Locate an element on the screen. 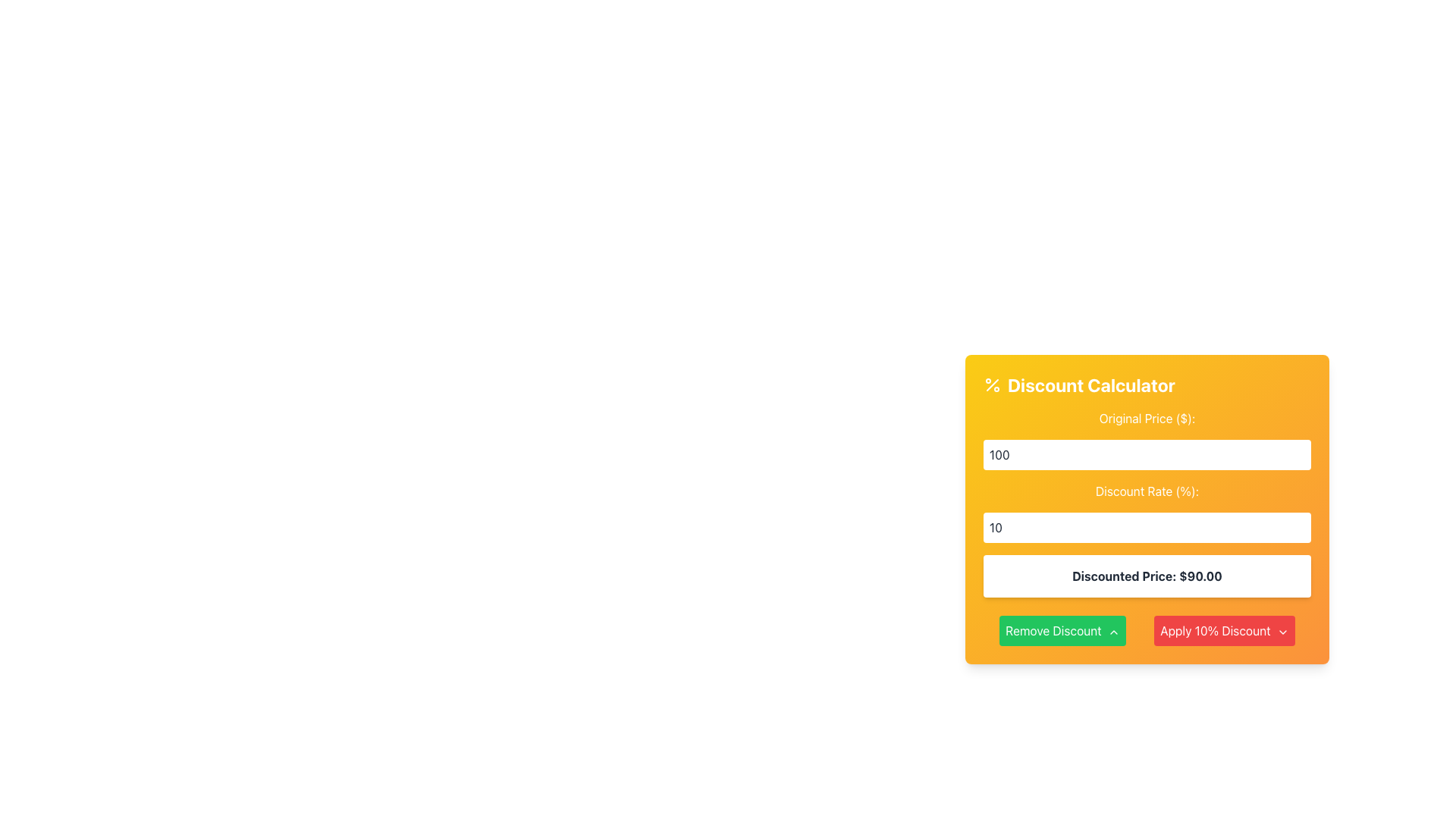 The height and width of the screenshot is (819, 1456). the static label displaying 'Discount Rate (%)' which is styled with a bold font on an orange background, positioned below the 'Original Price ($)' input field is located at coordinates (1147, 491).